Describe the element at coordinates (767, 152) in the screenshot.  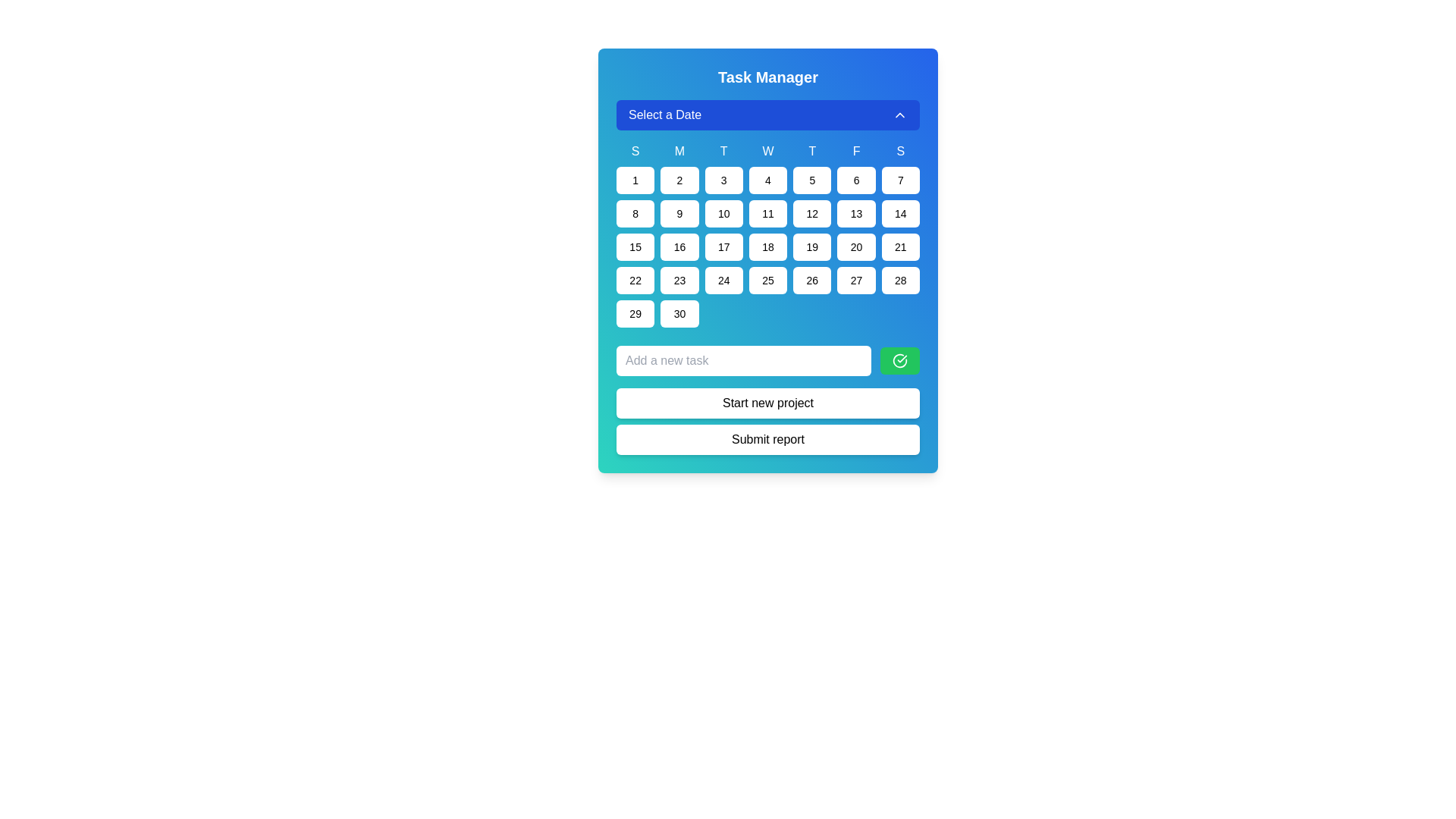
I see `the text label indicating 'Wednesday' in the calendar view, which is the fourth element from the left in a row of weekday initials` at that location.